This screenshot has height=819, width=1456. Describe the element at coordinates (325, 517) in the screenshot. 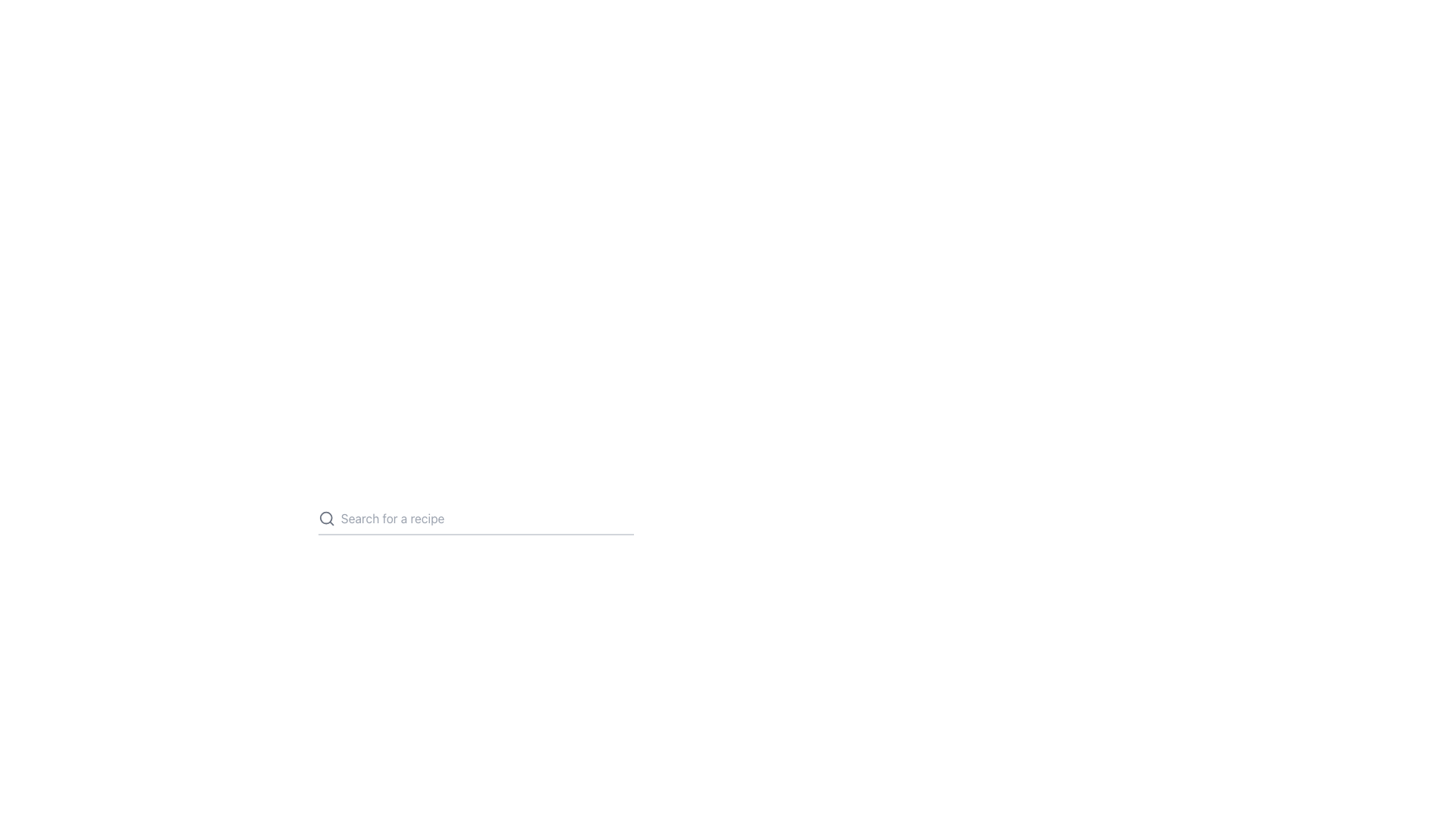

I see `the circular portion of the magnifying glass icon` at that location.